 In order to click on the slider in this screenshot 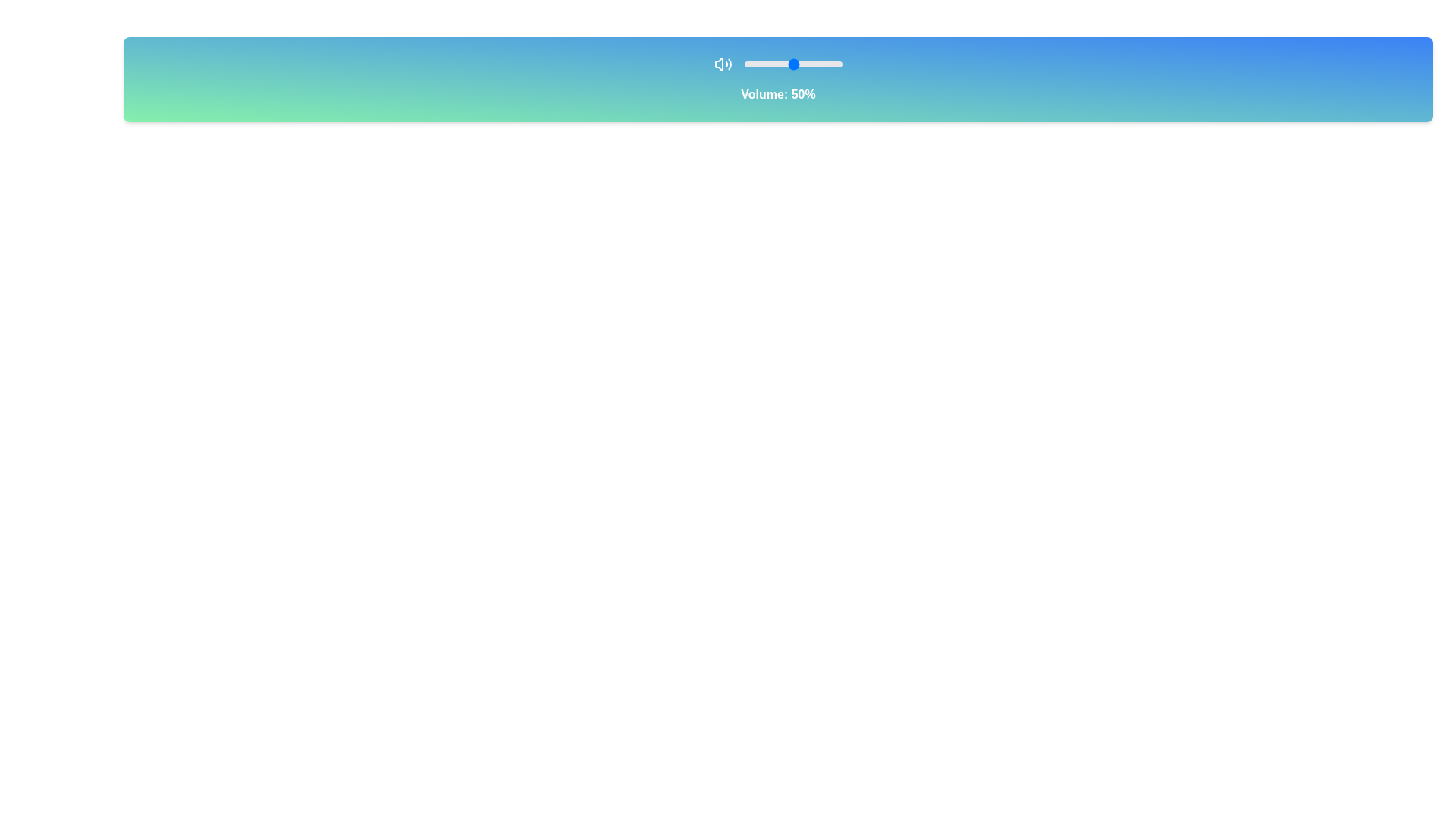, I will do `click(789, 63)`.